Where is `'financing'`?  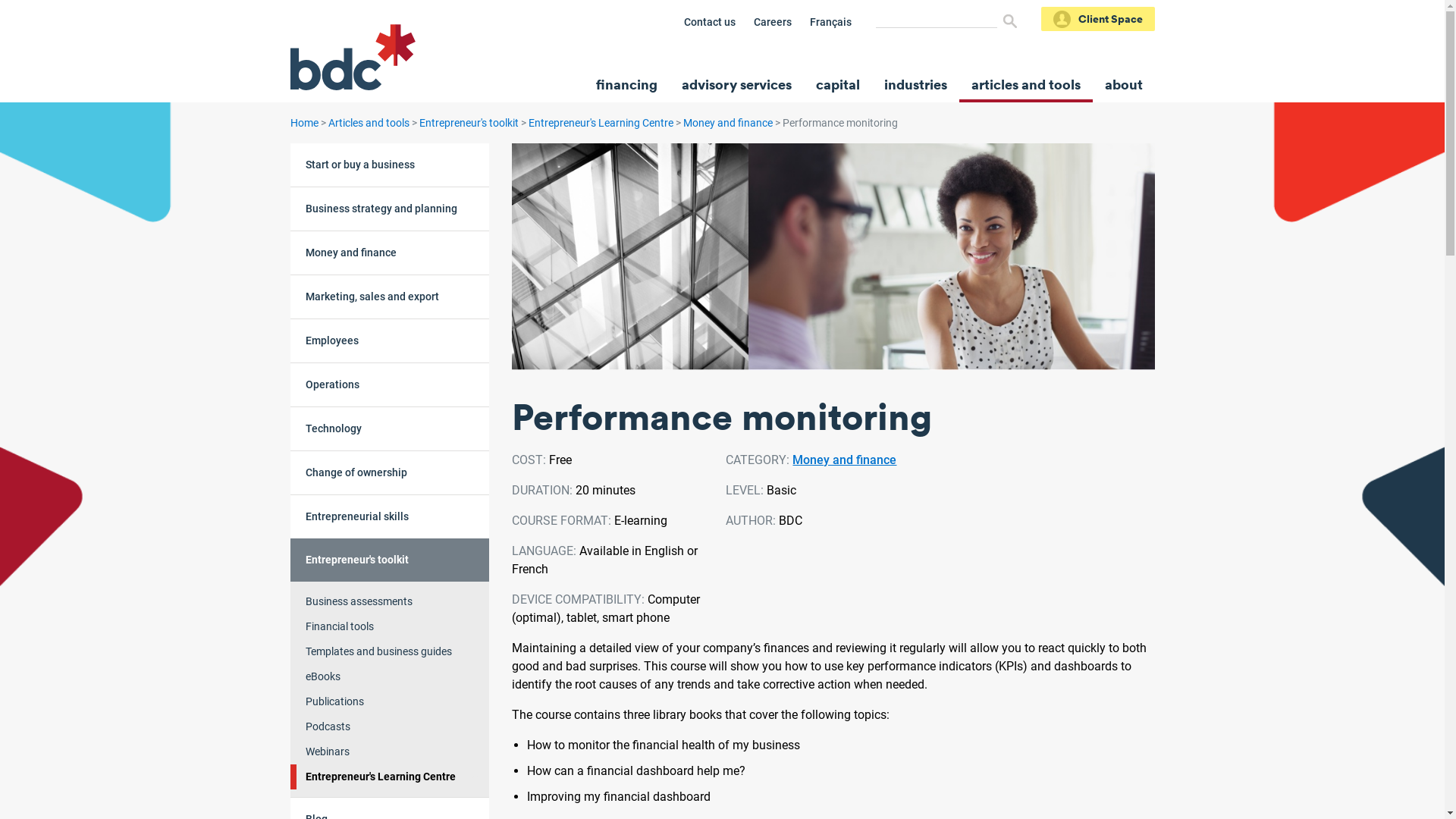 'financing' is located at coordinates (626, 84).